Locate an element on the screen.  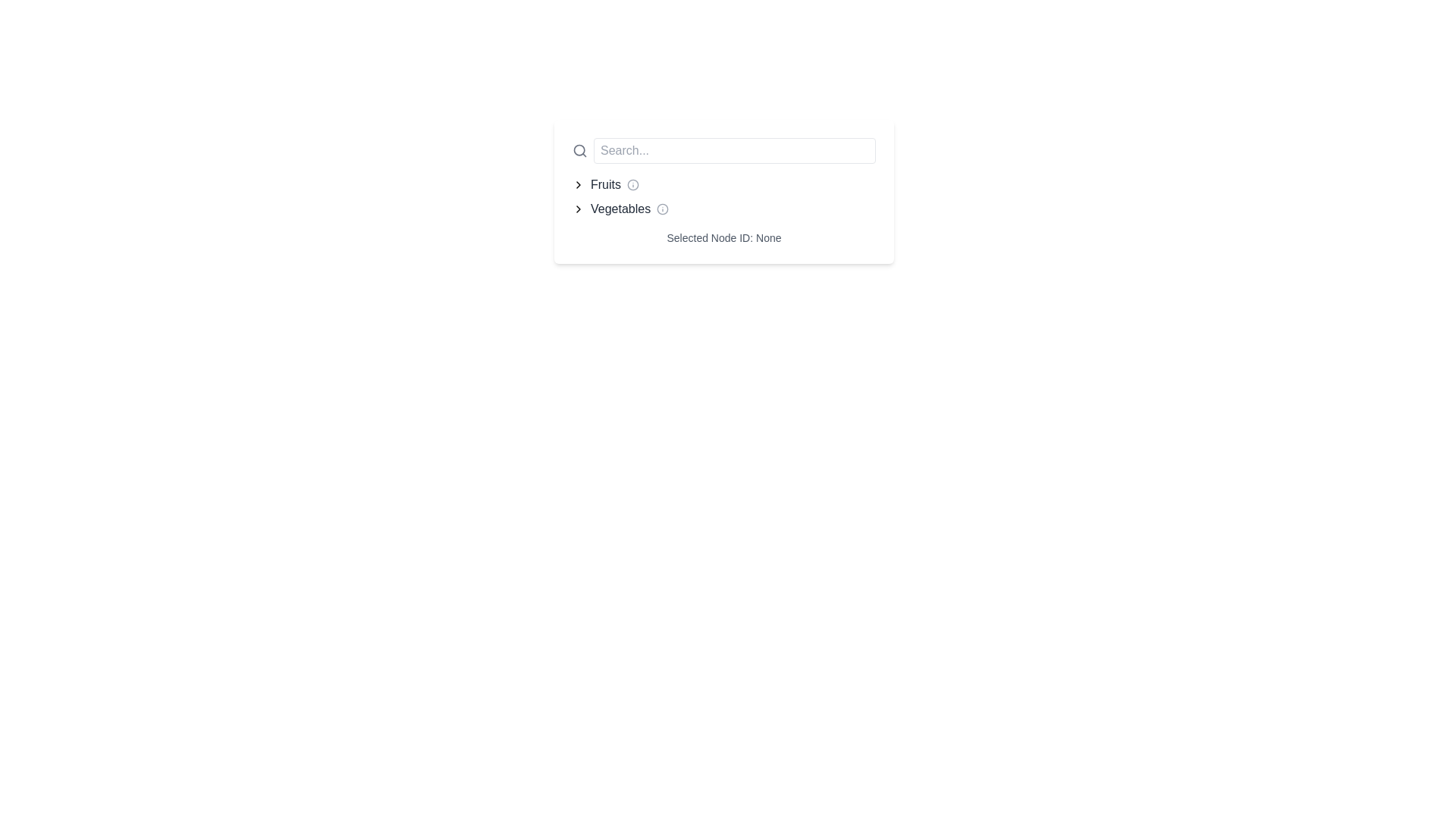
the right-pointing arrow icon button located to the left of the 'Fruits' text is located at coordinates (578, 184).